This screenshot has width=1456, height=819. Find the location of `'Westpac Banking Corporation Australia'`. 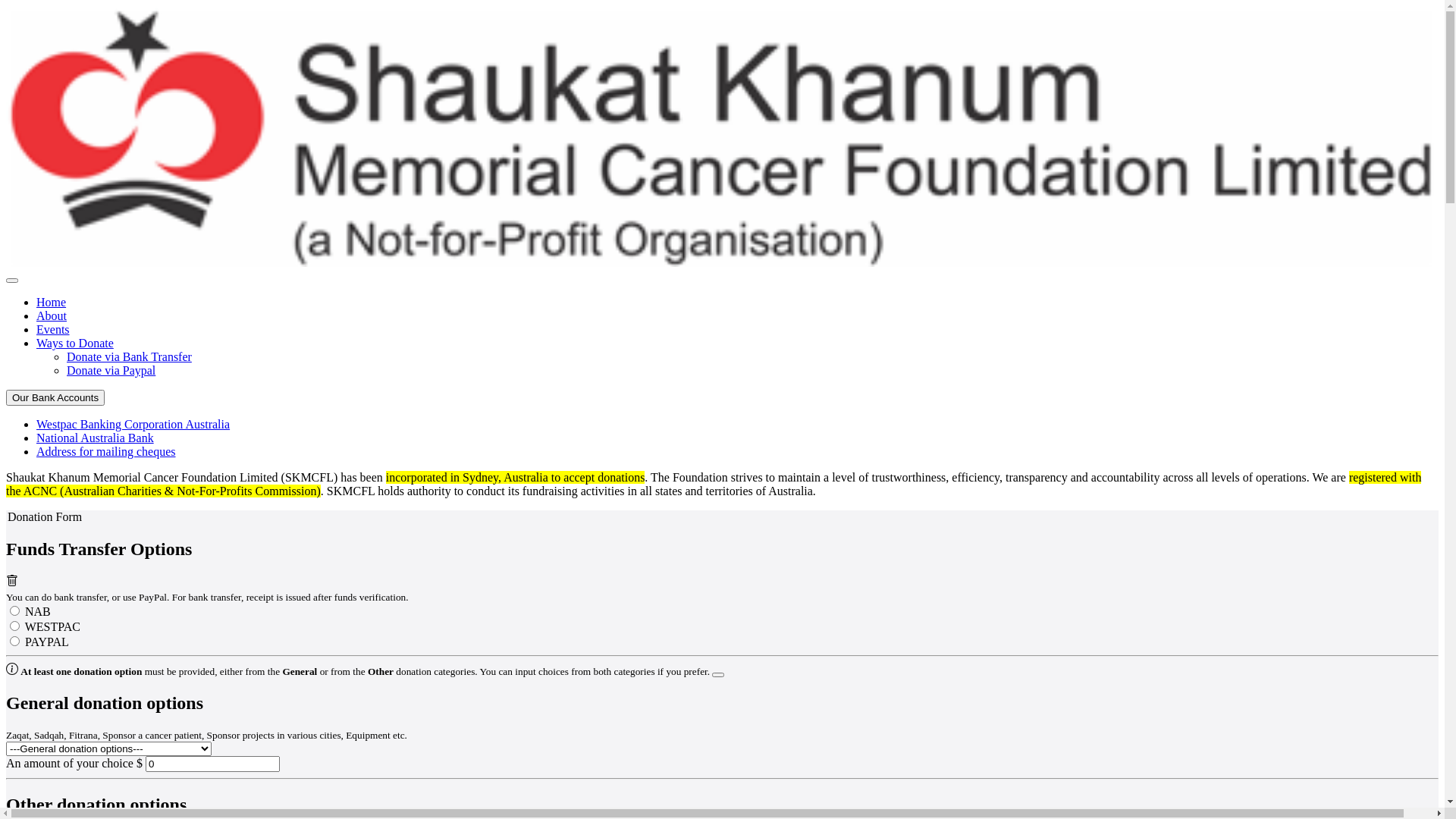

'Westpac Banking Corporation Australia' is located at coordinates (133, 424).